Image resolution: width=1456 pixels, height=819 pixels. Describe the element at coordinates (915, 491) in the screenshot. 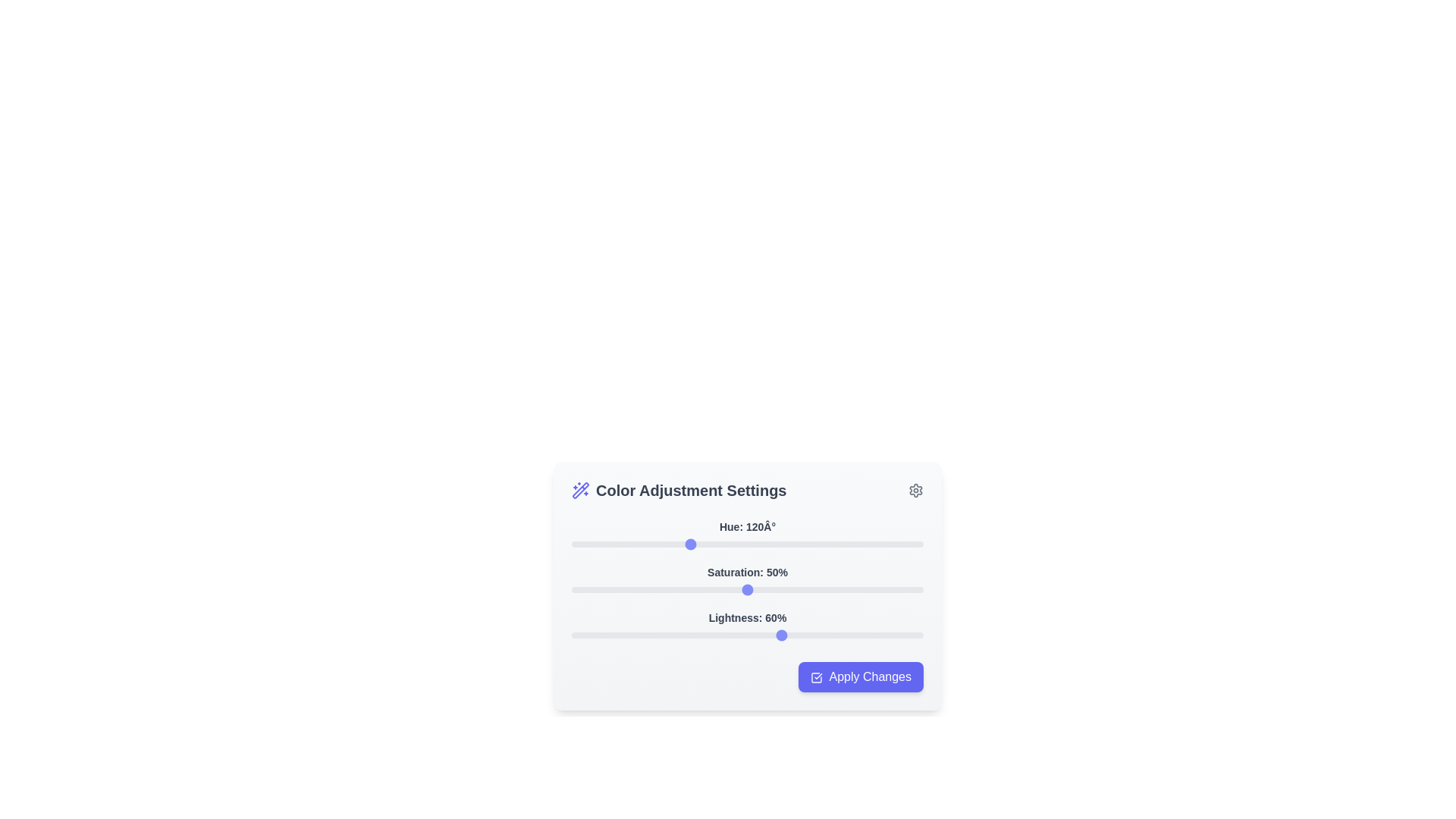

I see `the cogwheel icon located in the upper left corner of the 'Color Adjustment Settings' panel` at that location.